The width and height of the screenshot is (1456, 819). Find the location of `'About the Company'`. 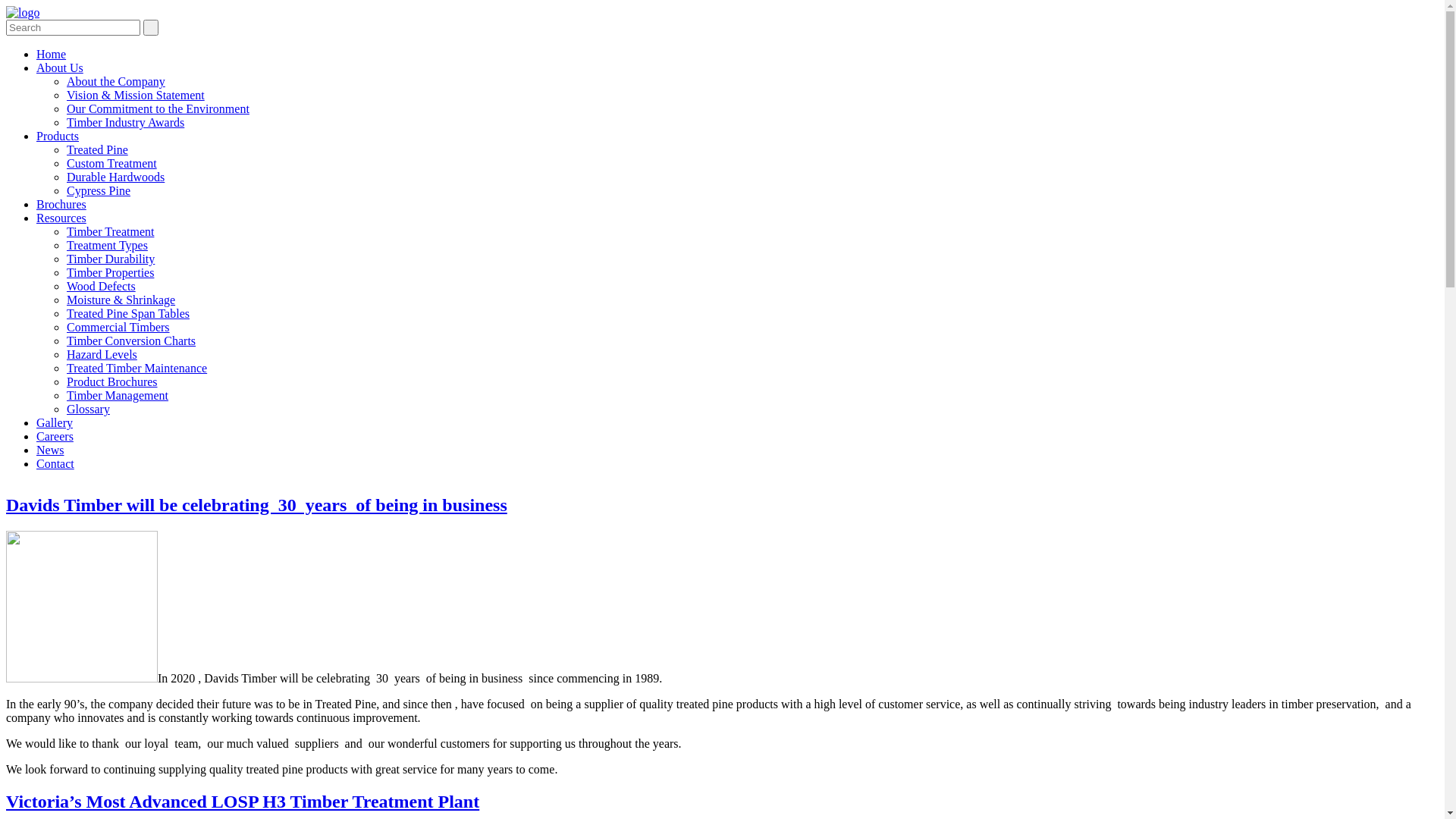

'About the Company' is located at coordinates (65, 81).